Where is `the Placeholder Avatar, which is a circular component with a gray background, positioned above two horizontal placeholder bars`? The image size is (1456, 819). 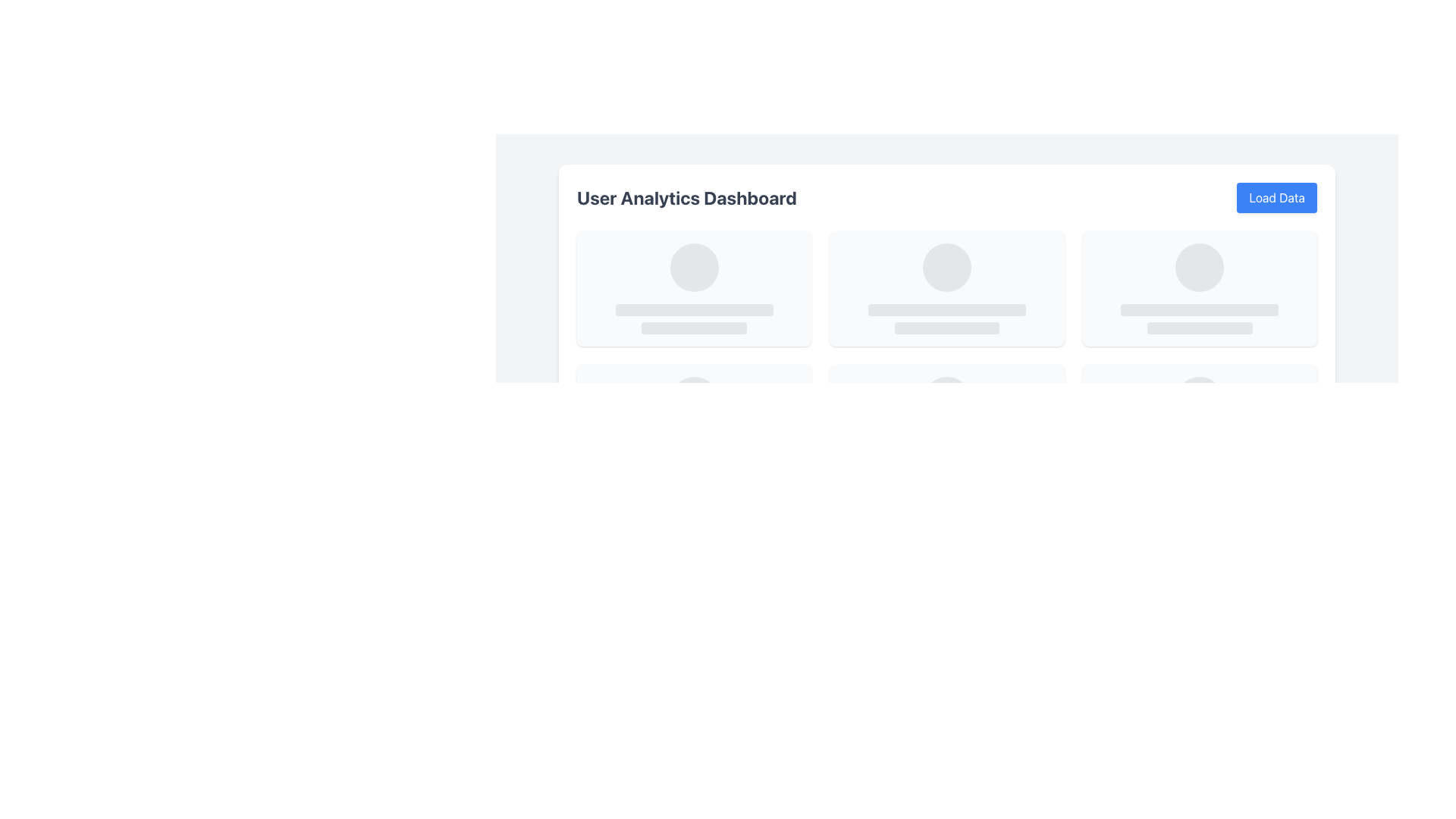 the Placeholder Avatar, which is a circular component with a gray background, positioned above two horizontal placeholder bars is located at coordinates (693, 267).